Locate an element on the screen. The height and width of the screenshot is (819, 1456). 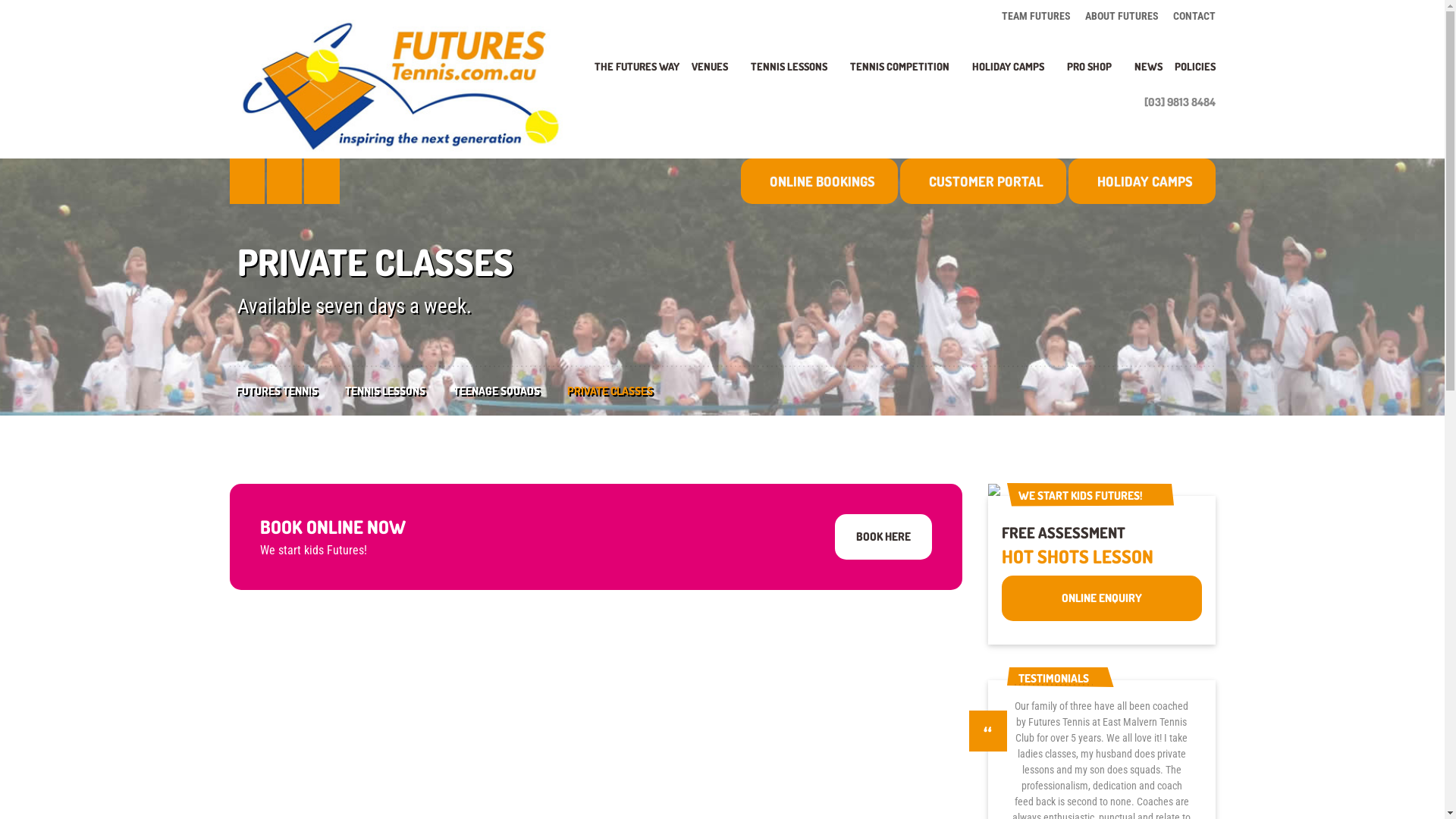
'POLICIES' is located at coordinates (1167, 74).